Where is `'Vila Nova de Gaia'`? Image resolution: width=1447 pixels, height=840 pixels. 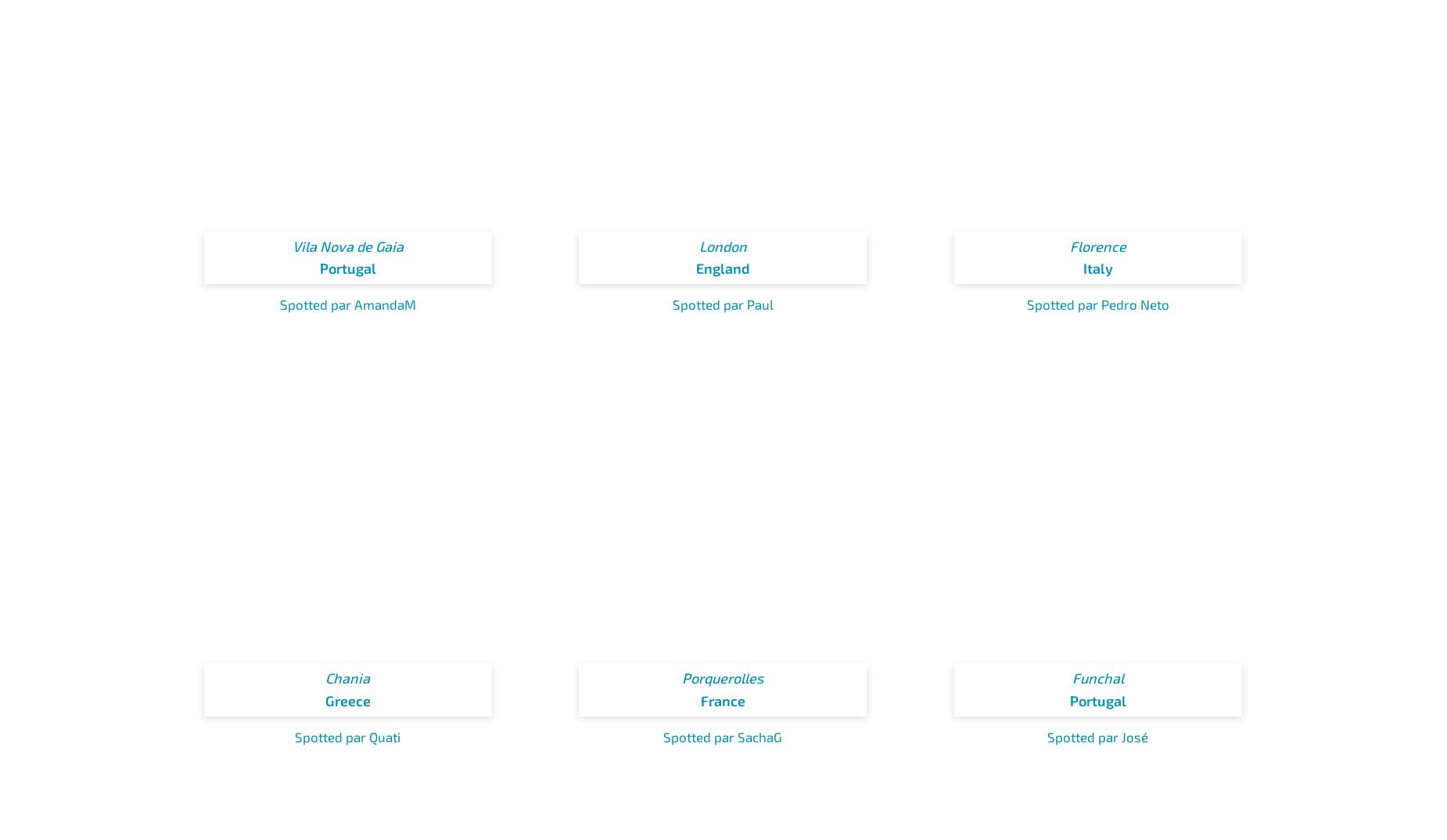
'Vila Nova de Gaia' is located at coordinates (346, 246).